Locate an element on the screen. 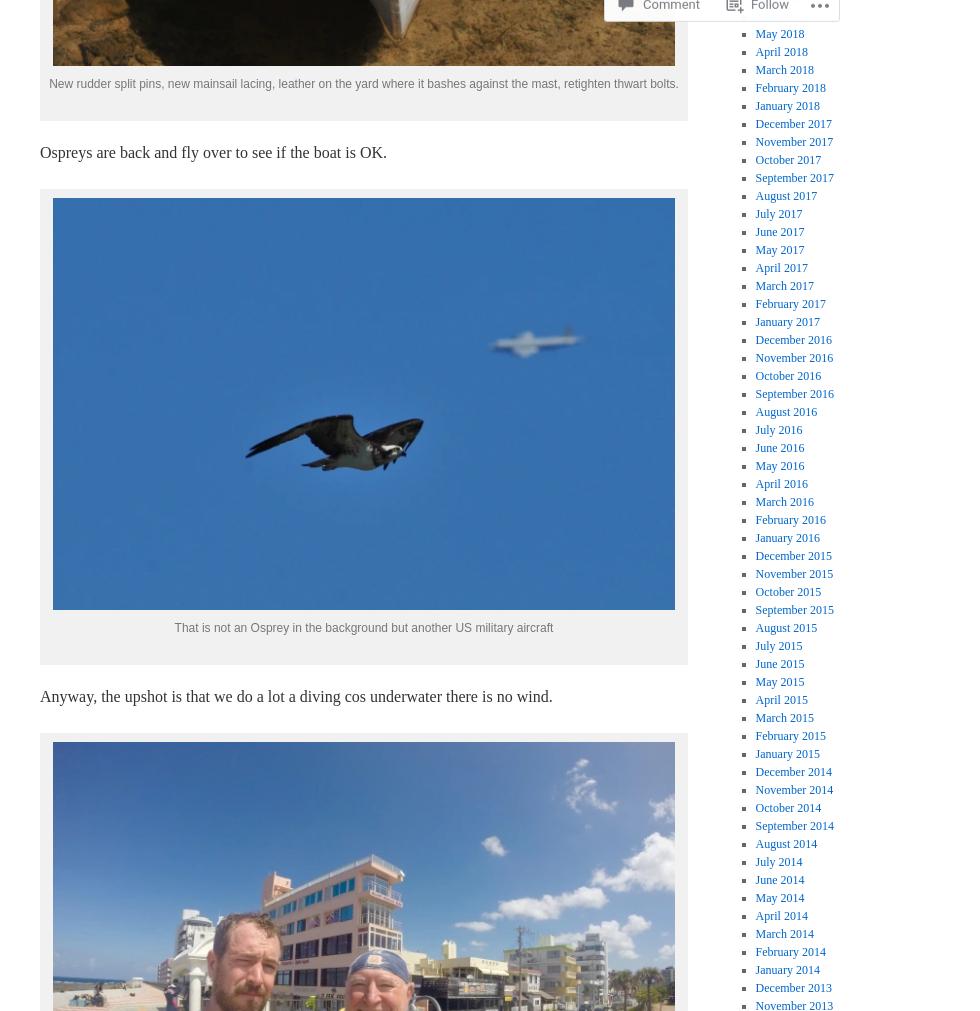 This screenshot has width=980, height=1011. 'December 2016' is located at coordinates (793, 337).